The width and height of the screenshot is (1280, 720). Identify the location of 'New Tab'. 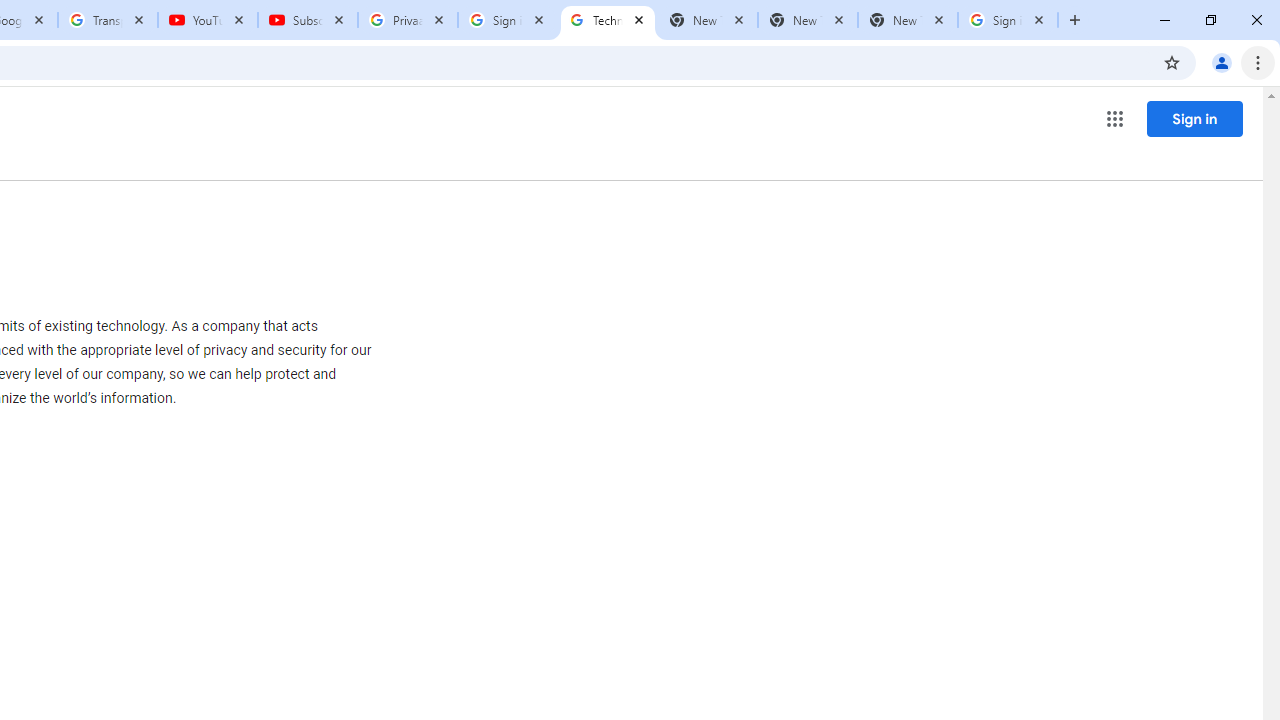
(906, 20).